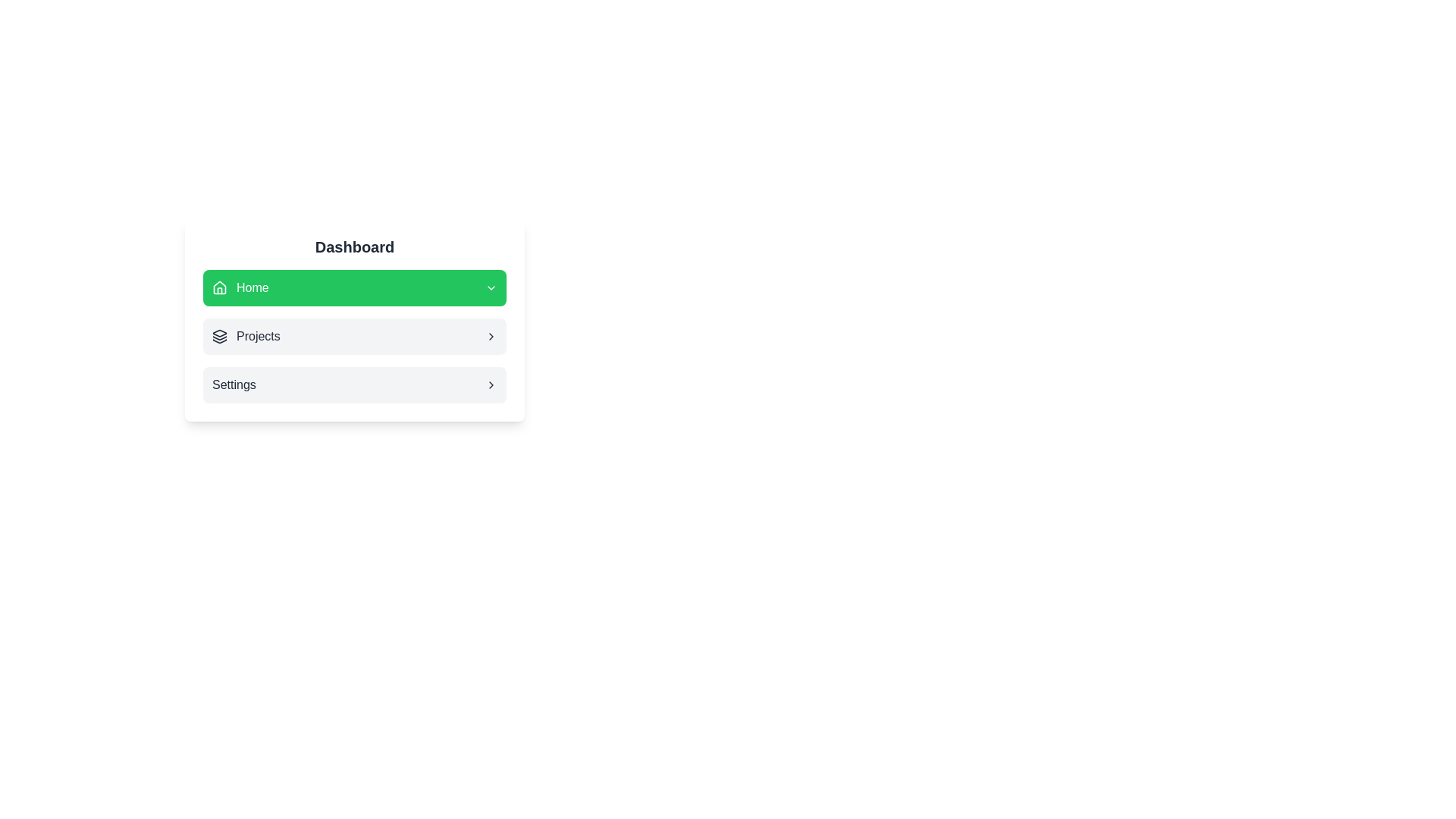 Image resolution: width=1456 pixels, height=819 pixels. What do you see at coordinates (218, 335) in the screenshot?
I see `the graphical icon representing stacked layers located to the left of the 'Projects' label in the horizontal menu` at bounding box center [218, 335].